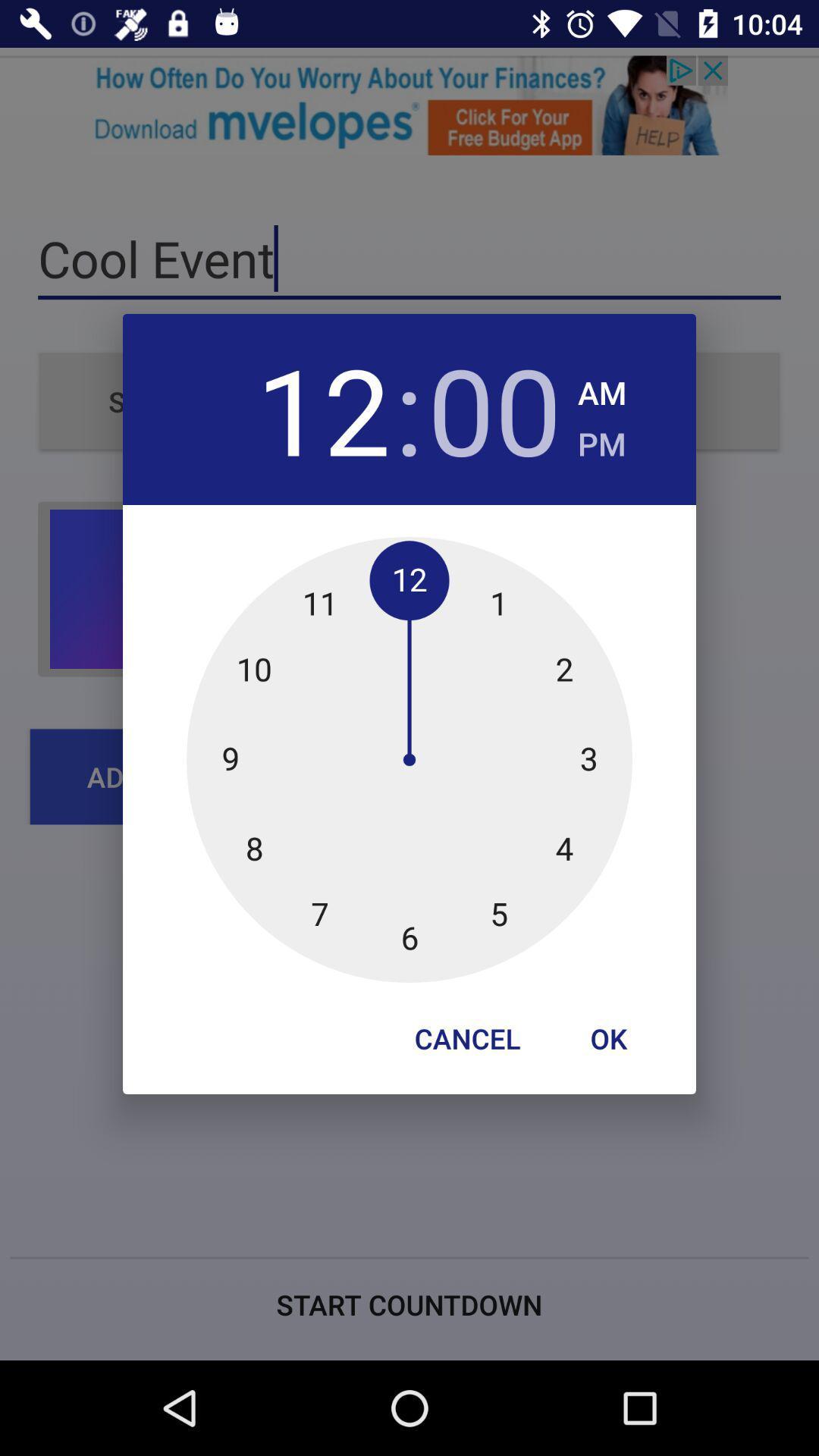 The width and height of the screenshot is (819, 1456). I want to click on icon next to the 00 app, so click(601, 388).